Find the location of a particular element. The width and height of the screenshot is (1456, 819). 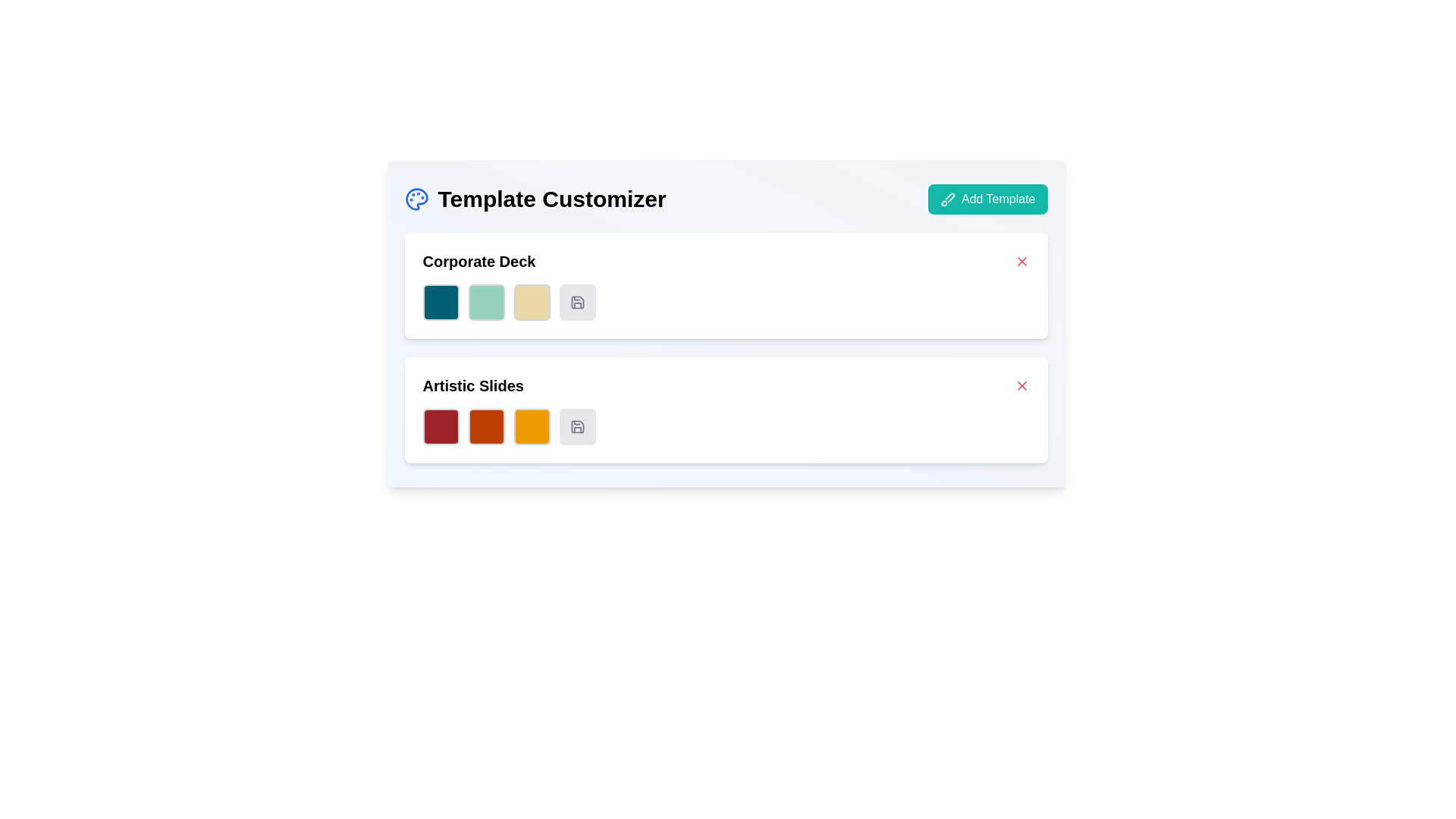

the 'palette' icon representing the 'template customization' feature, which is located to the left of the 'Template Customizer' label is located at coordinates (416, 198).